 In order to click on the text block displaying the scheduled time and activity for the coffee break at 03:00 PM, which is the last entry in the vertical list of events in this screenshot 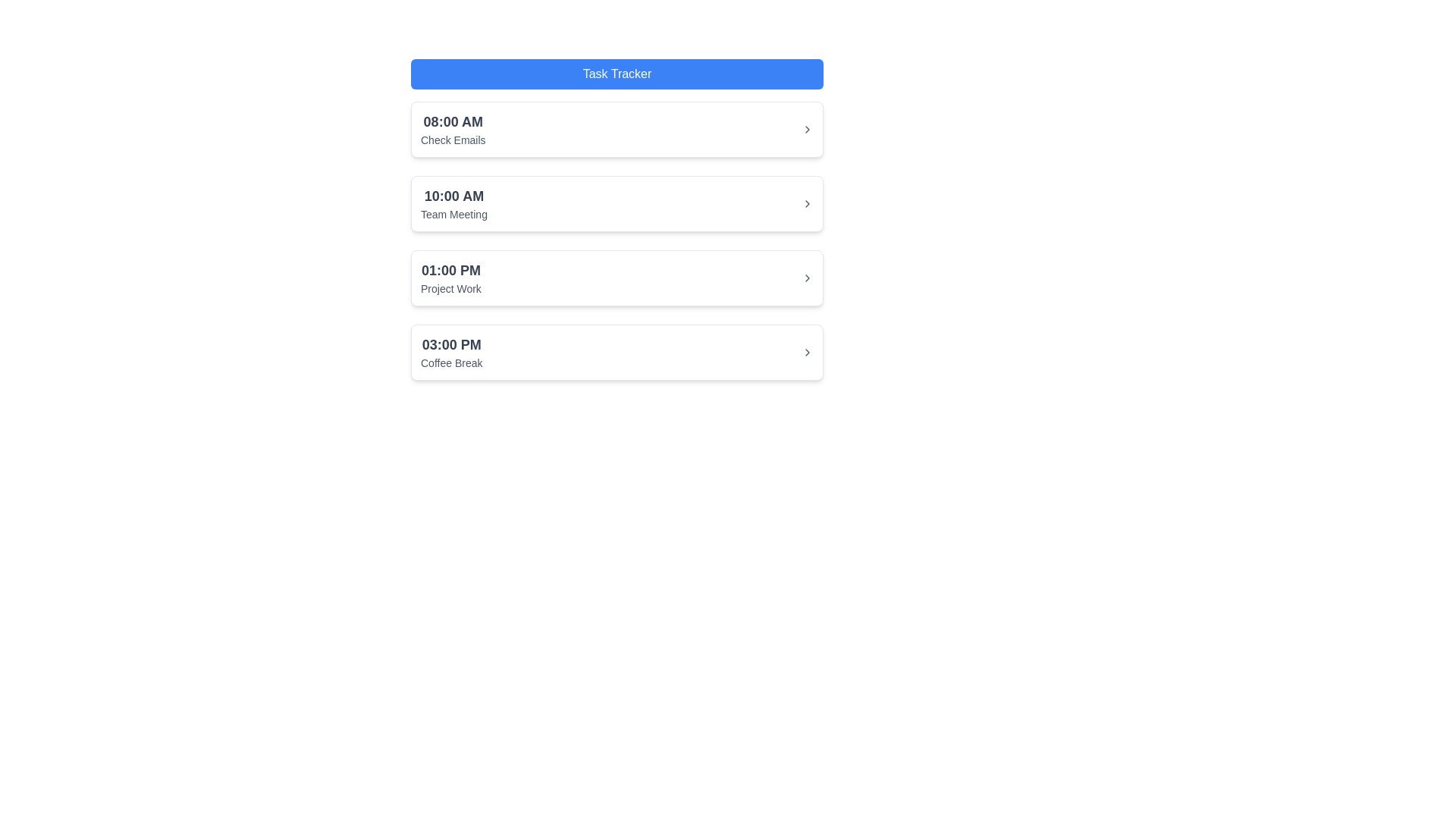, I will do `click(450, 353)`.